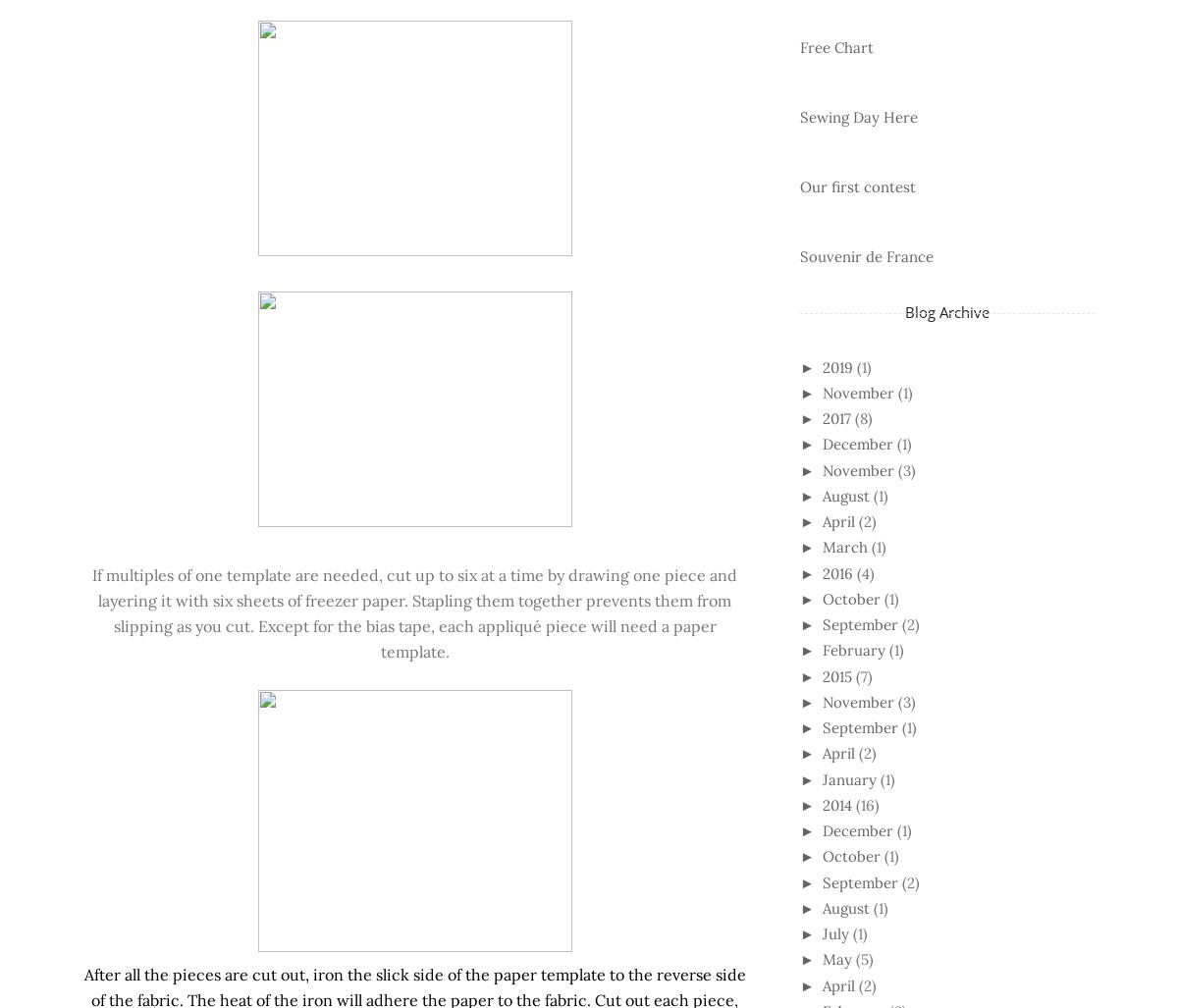 The width and height of the screenshot is (1178, 1008). Describe the element at coordinates (864, 572) in the screenshot. I see `'(4)'` at that location.